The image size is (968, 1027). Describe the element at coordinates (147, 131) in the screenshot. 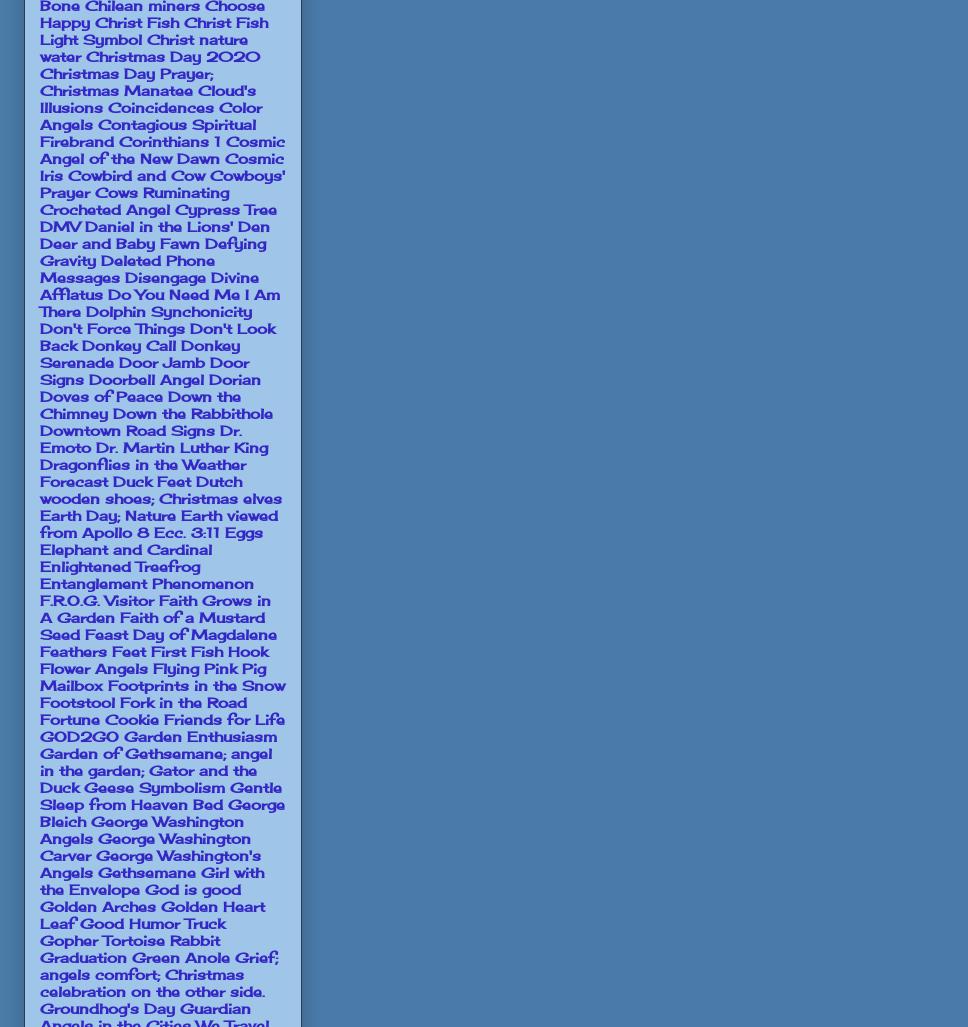

I see `'Contagious Spiritual Firebrand'` at that location.